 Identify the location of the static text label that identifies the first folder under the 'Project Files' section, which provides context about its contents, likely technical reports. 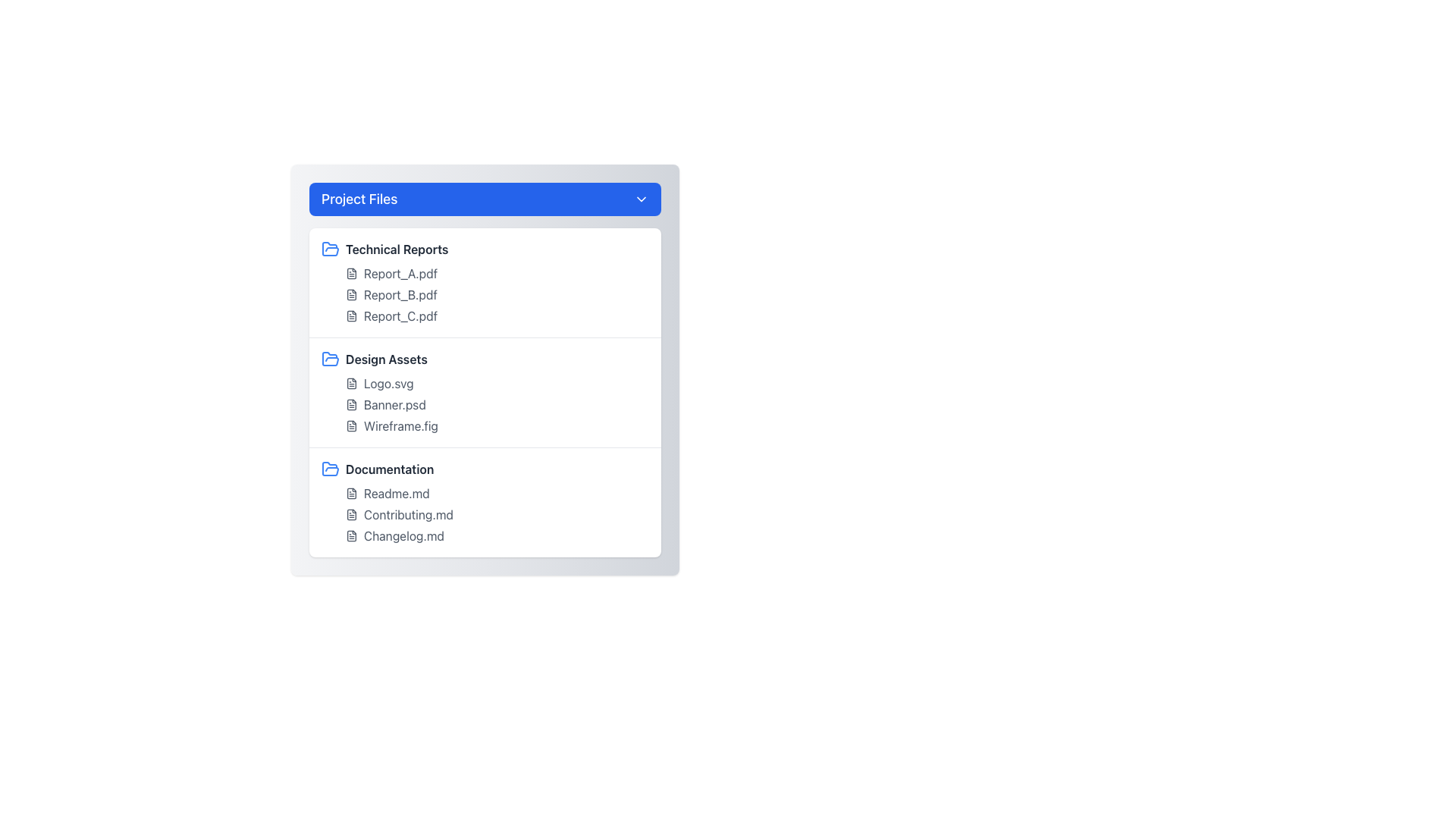
(397, 248).